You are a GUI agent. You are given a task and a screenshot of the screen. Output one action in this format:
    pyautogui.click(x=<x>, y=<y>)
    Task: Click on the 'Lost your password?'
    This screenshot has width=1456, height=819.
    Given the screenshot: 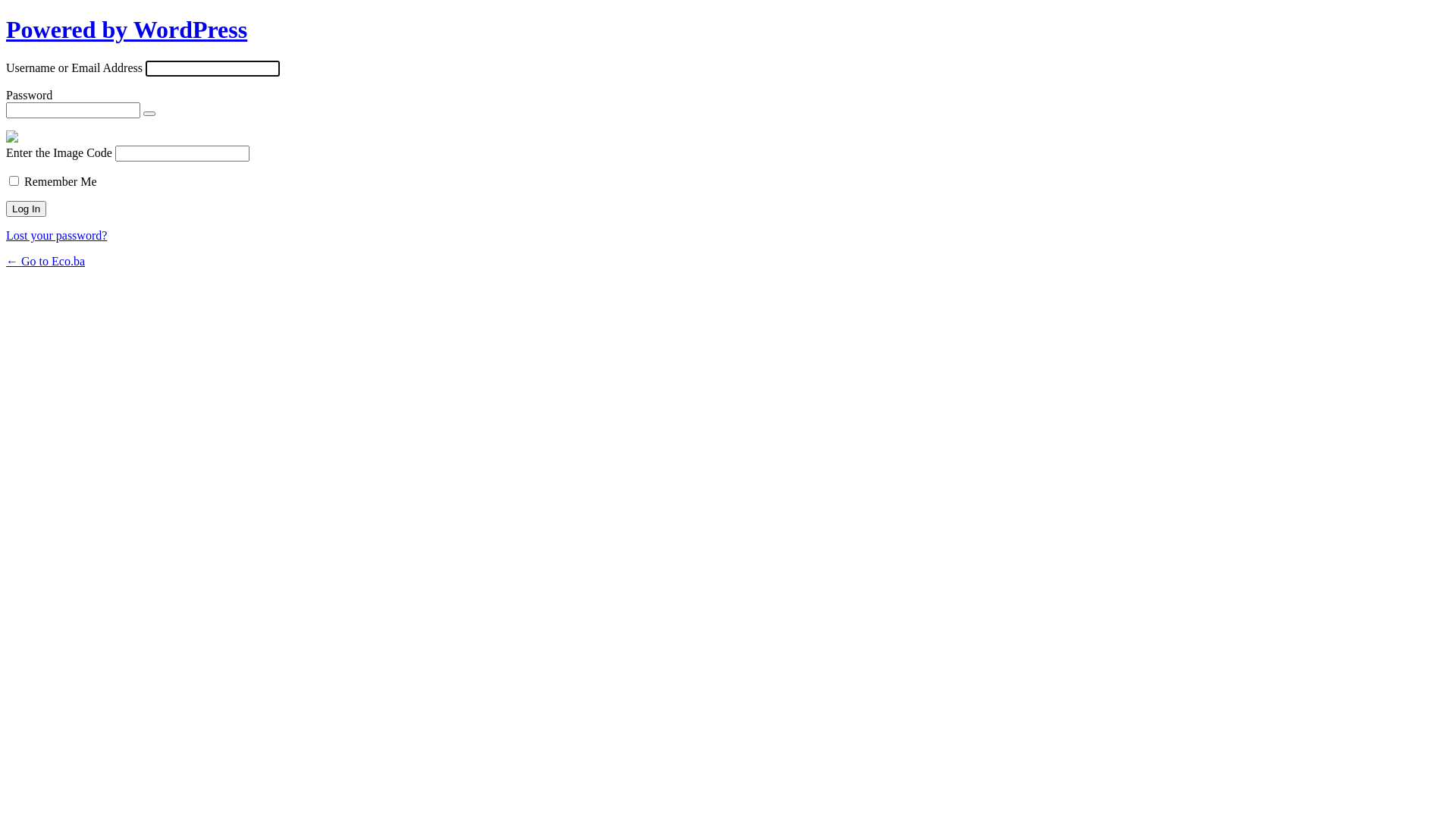 What is the action you would take?
    pyautogui.click(x=6, y=235)
    